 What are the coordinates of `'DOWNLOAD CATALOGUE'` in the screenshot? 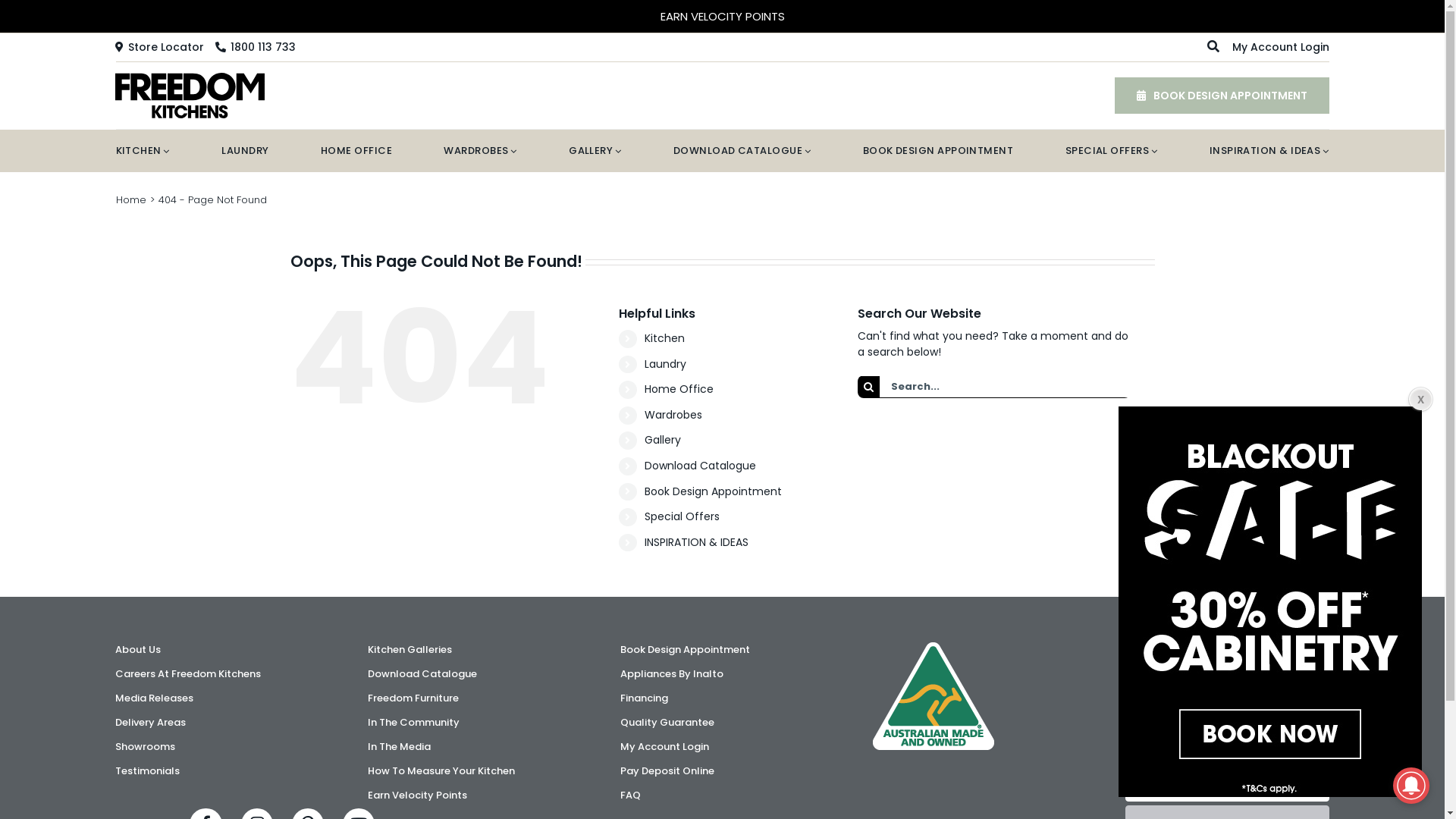 It's located at (742, 151).